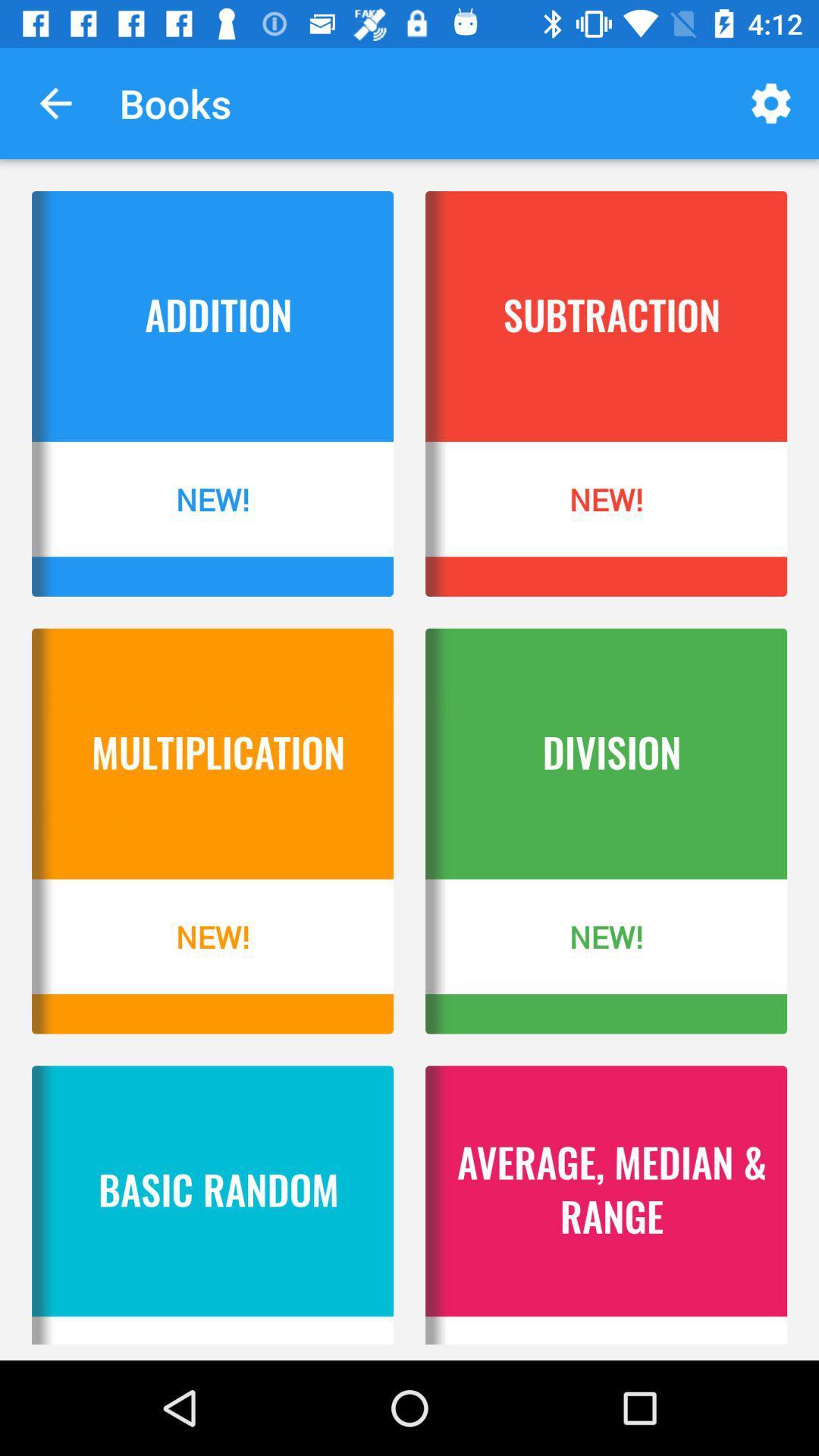 The width and height of the screenshot is (819, 1456). What do you see at coordinates (771, 102) in the screenshot?
I see `the app to the right of the books icon` at bounding box center [771, 102].